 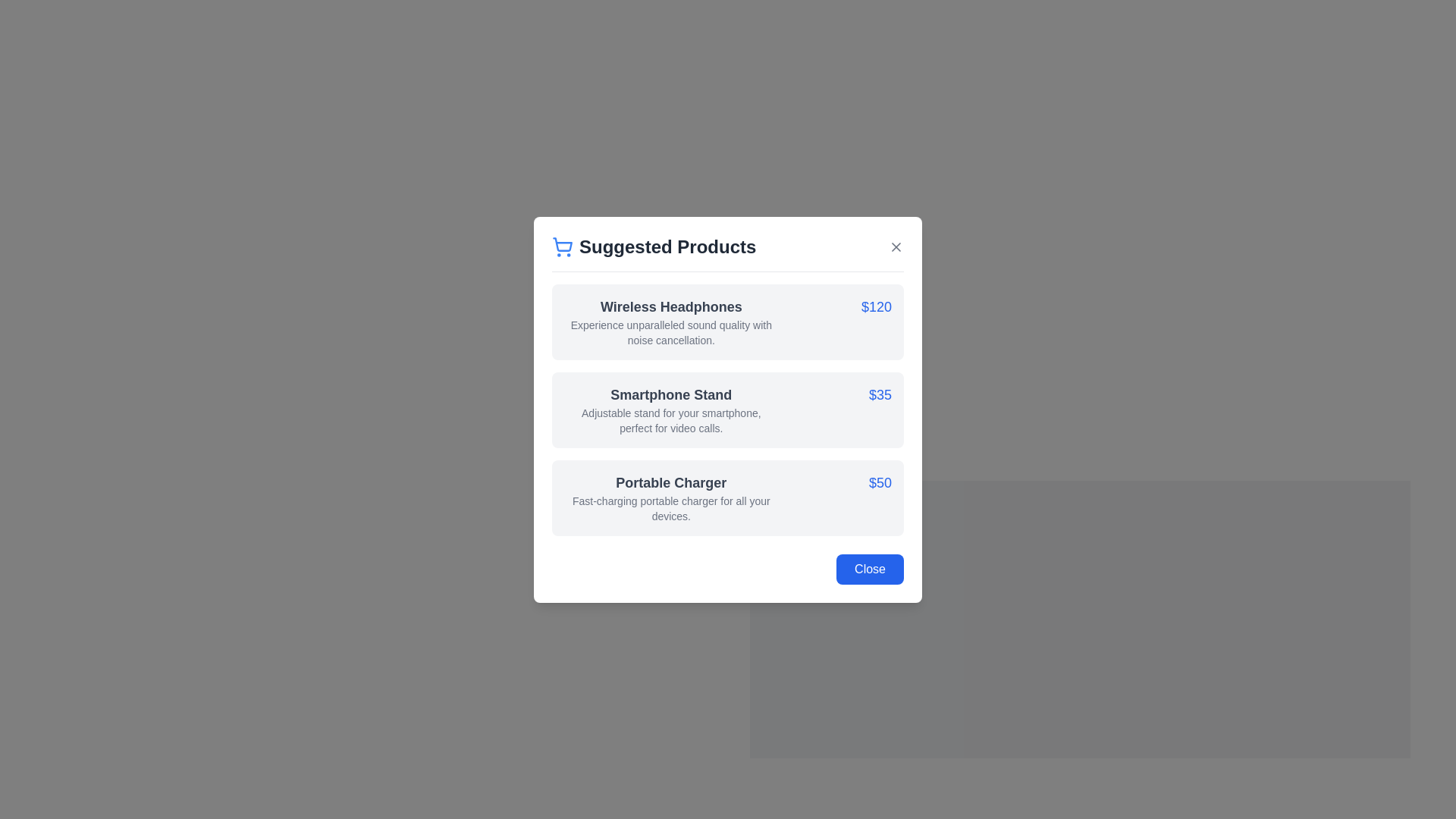 I want to click on the close icon in the top-right corner of the 'Suggested Products' panel, which is a 20x20 px SVG icon used to dismiss the panel, so click(x=896, y=246).